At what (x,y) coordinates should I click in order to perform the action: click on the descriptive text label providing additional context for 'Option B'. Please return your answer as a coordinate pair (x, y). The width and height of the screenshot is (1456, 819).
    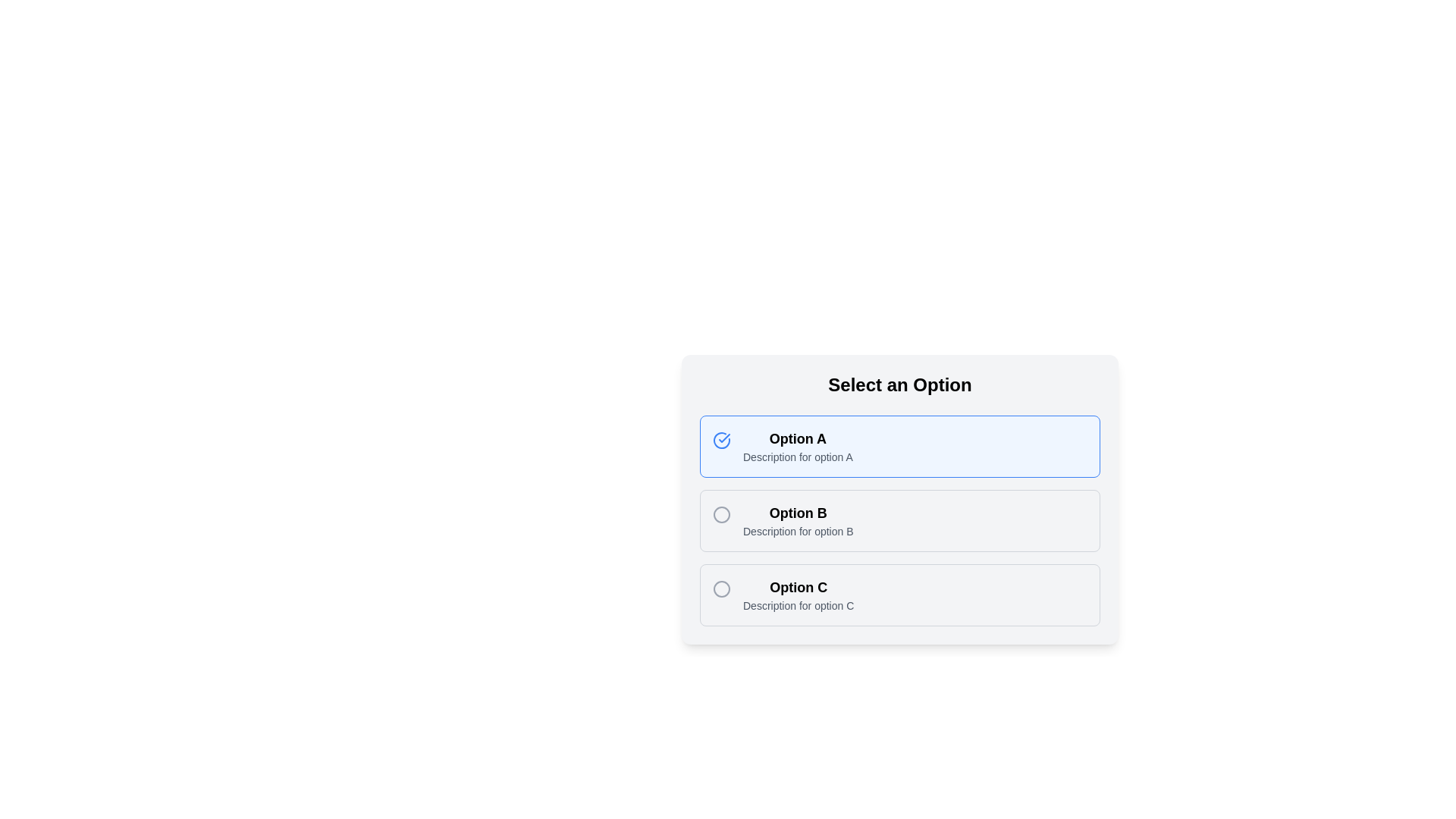
    Looking at the image, I should click on (797, 531).